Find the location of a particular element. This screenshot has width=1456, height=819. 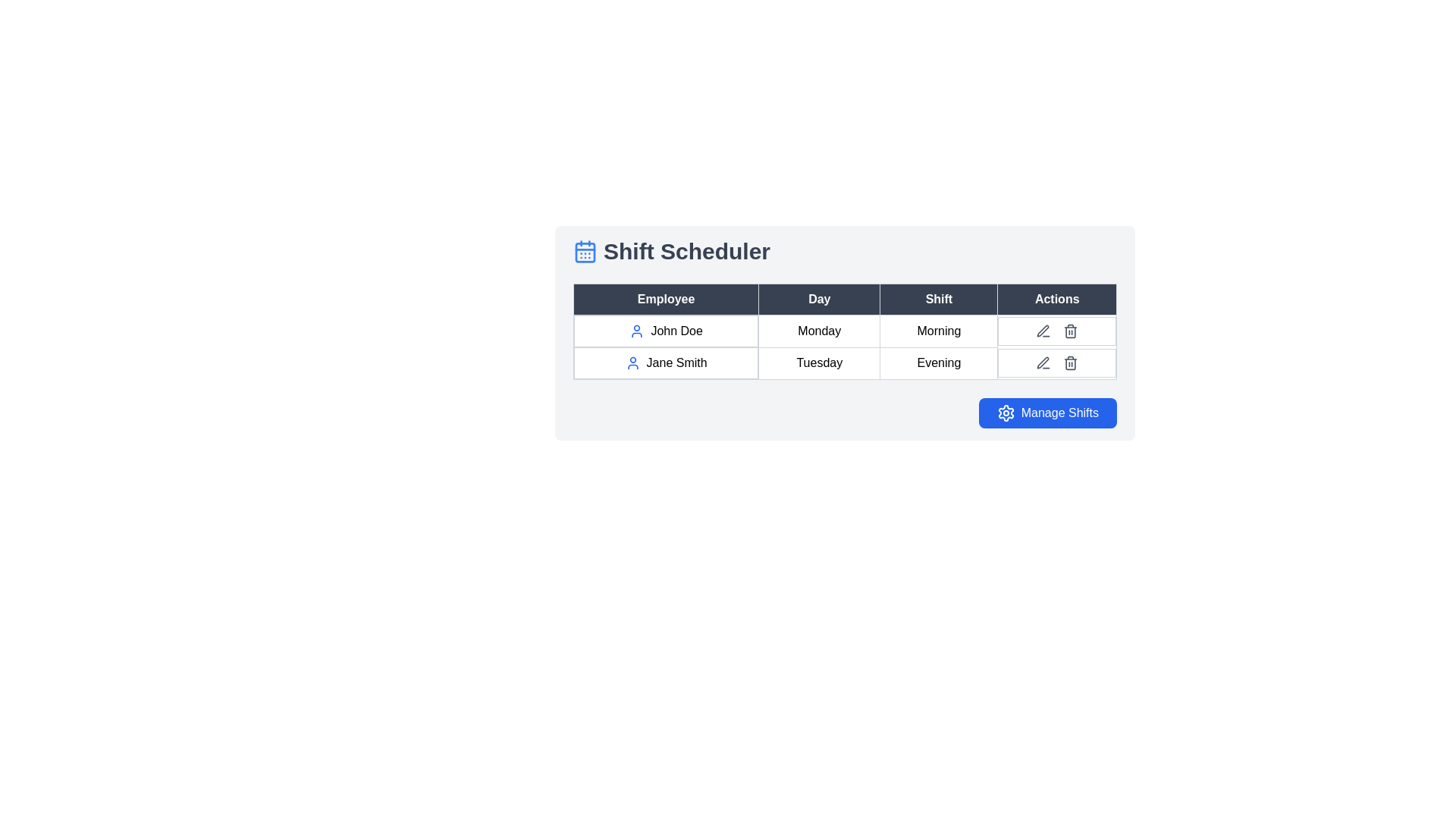

the user icon represented by a minimalist human silhouette in vibrant blue color, located in the first row of the table to the left of the 'John Doe' text in the 'Employee' column is located at coordinates (637, 330).